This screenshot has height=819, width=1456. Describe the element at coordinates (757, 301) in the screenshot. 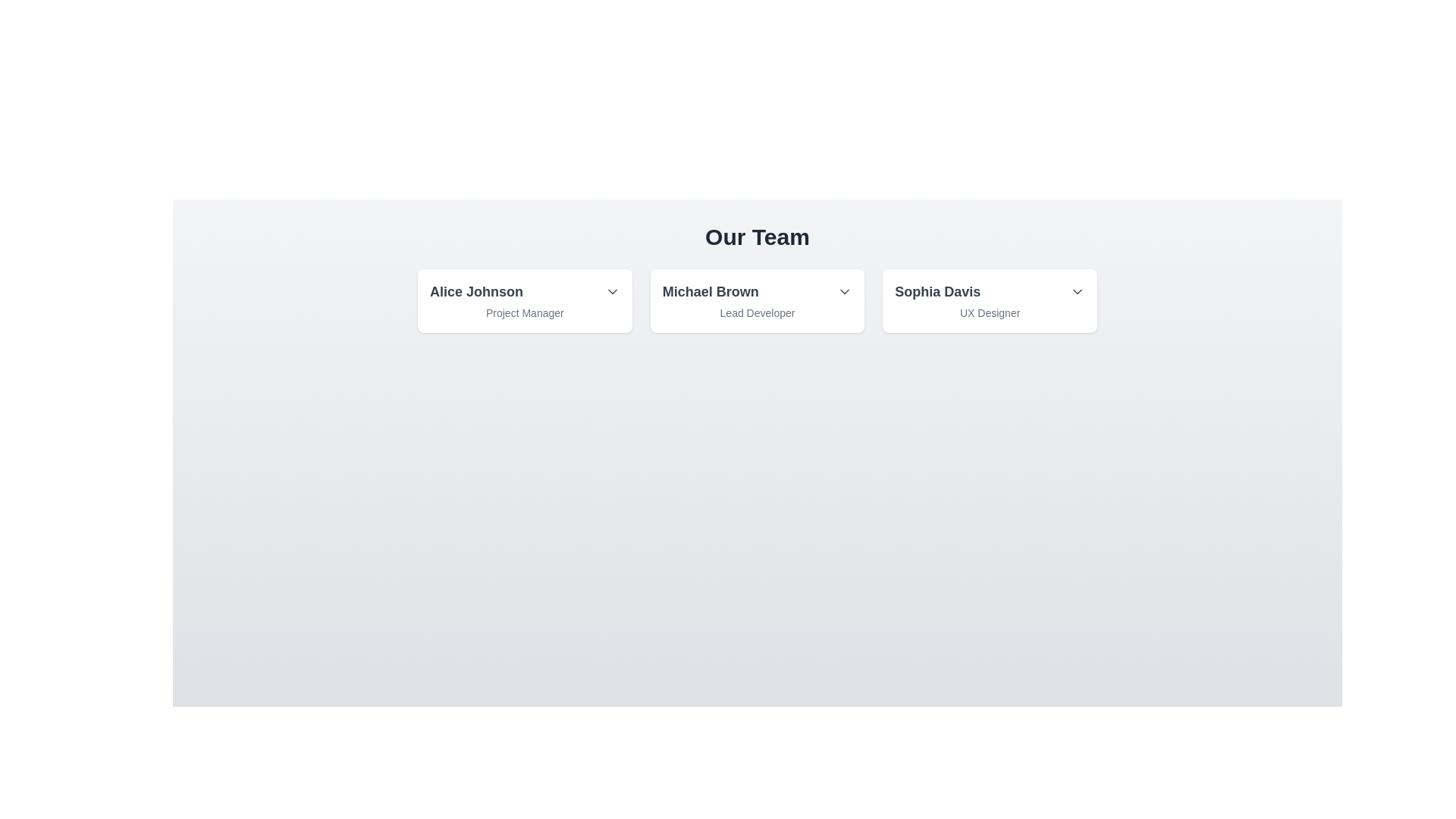

I see `the Profile Card for 'Michael Brown', which displays their role as 'Lead Developer' and is the second card in a grid layout` at that location.